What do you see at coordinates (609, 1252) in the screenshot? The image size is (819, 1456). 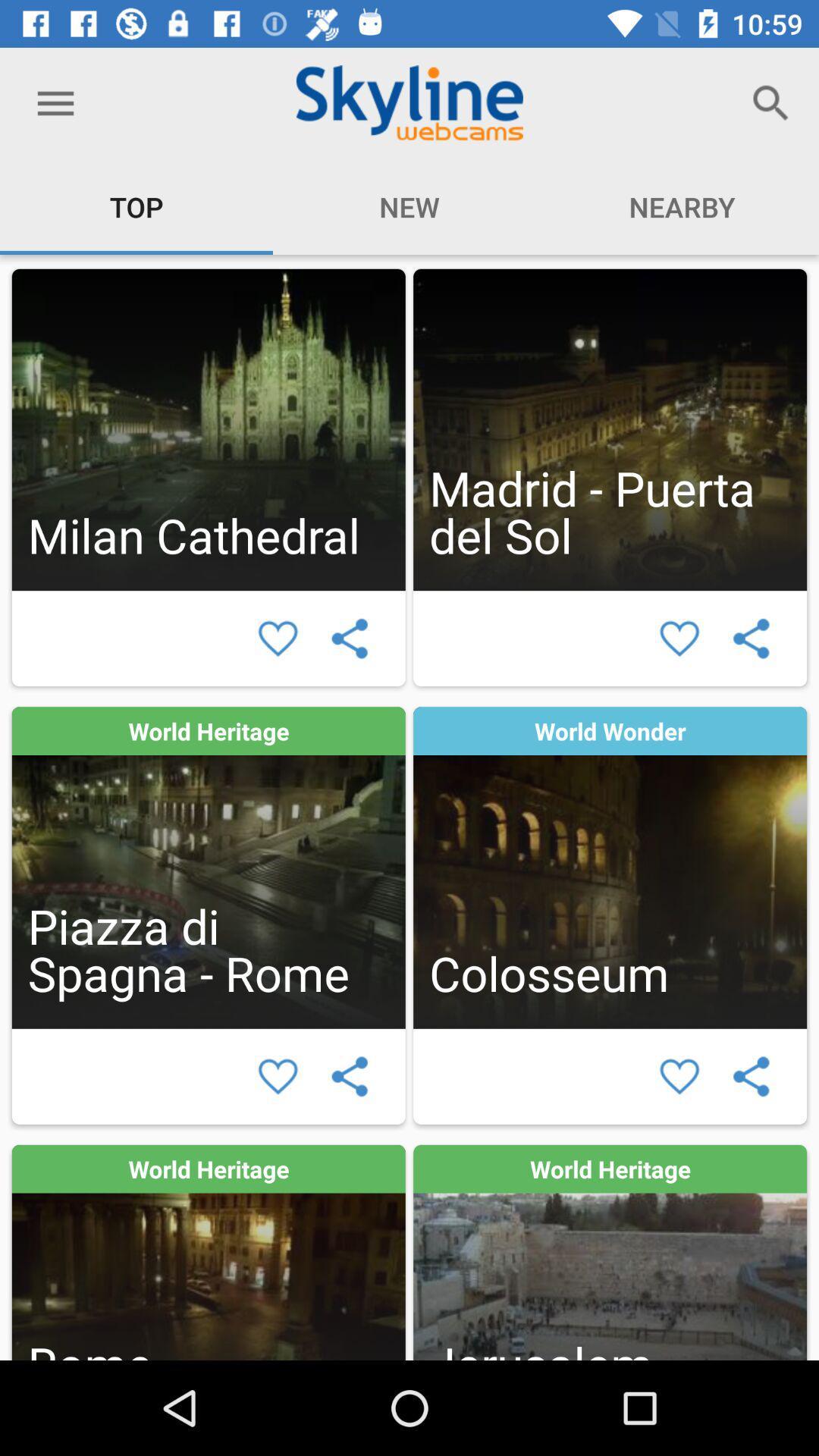 I see `webcam` at bounding box center [609, 1252].